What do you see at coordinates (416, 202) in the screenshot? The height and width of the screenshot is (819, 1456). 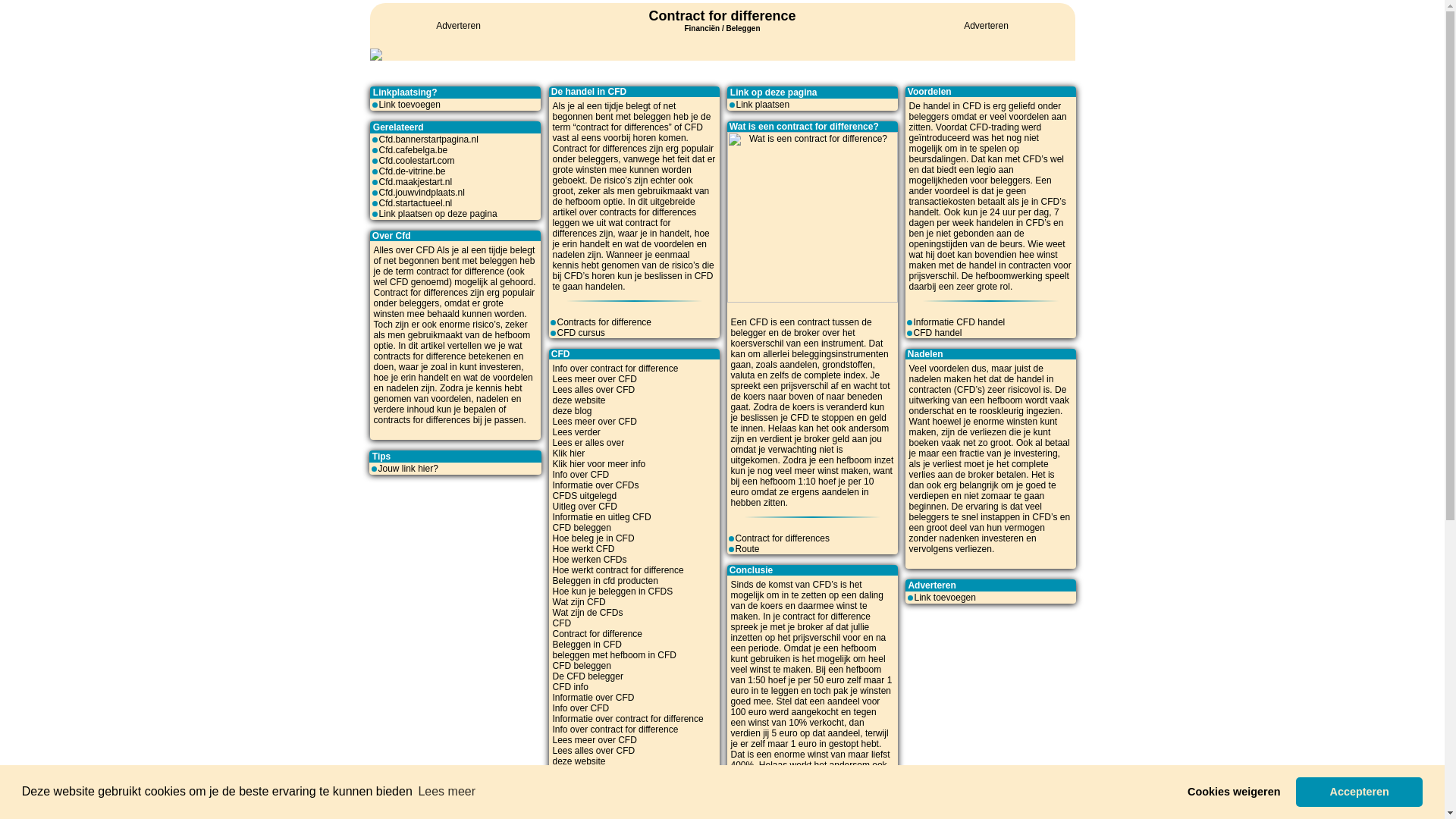 I see `'Cfd.startactueel.nl'` at bounding box center [416, 202].